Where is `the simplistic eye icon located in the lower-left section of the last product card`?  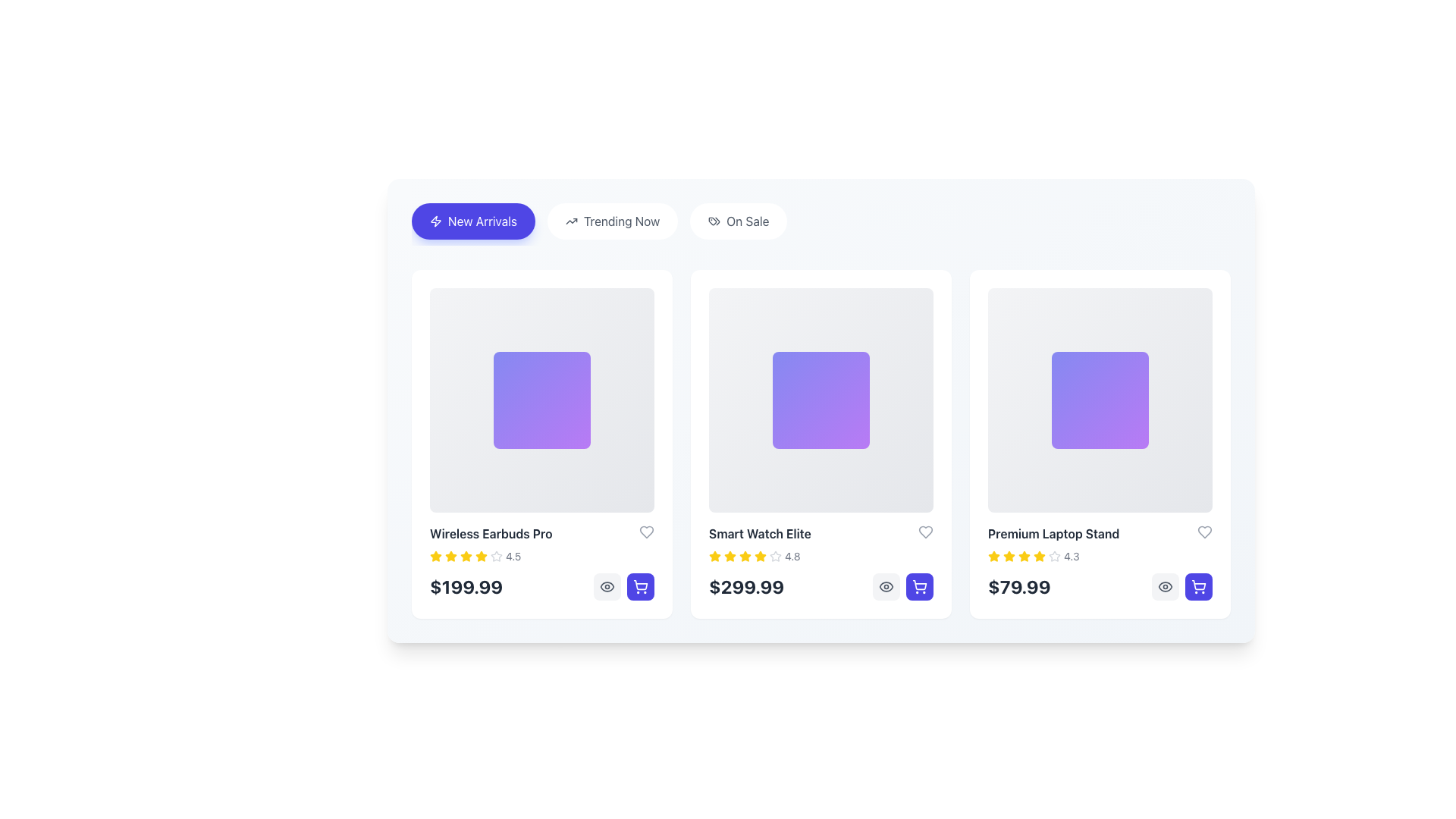
the simplistic eye icon located in the lower-left section of the last product card is located at coordinates (1164, 586).